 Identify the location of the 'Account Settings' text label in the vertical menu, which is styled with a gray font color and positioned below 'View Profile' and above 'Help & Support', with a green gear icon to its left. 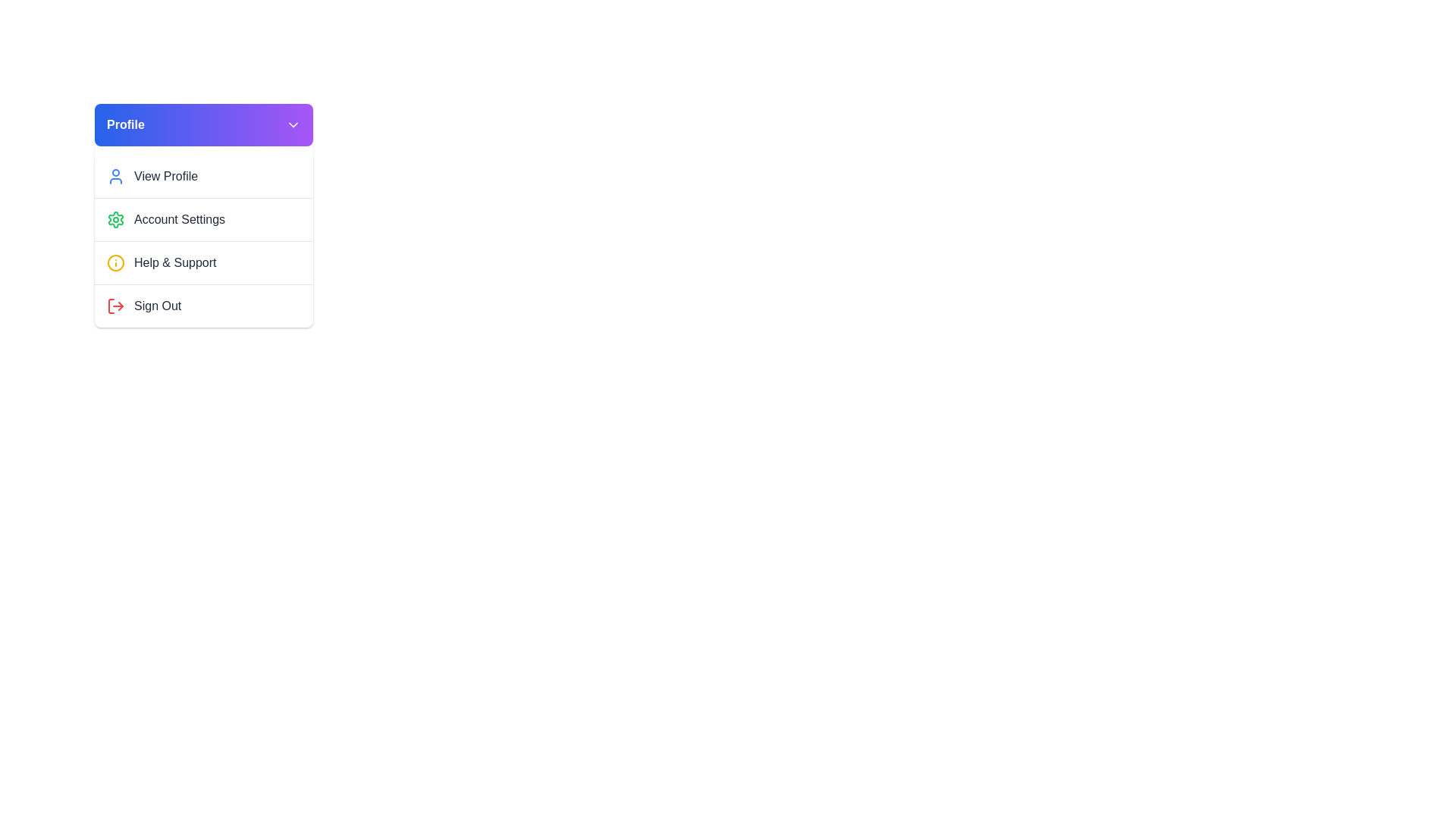
(180, 219).